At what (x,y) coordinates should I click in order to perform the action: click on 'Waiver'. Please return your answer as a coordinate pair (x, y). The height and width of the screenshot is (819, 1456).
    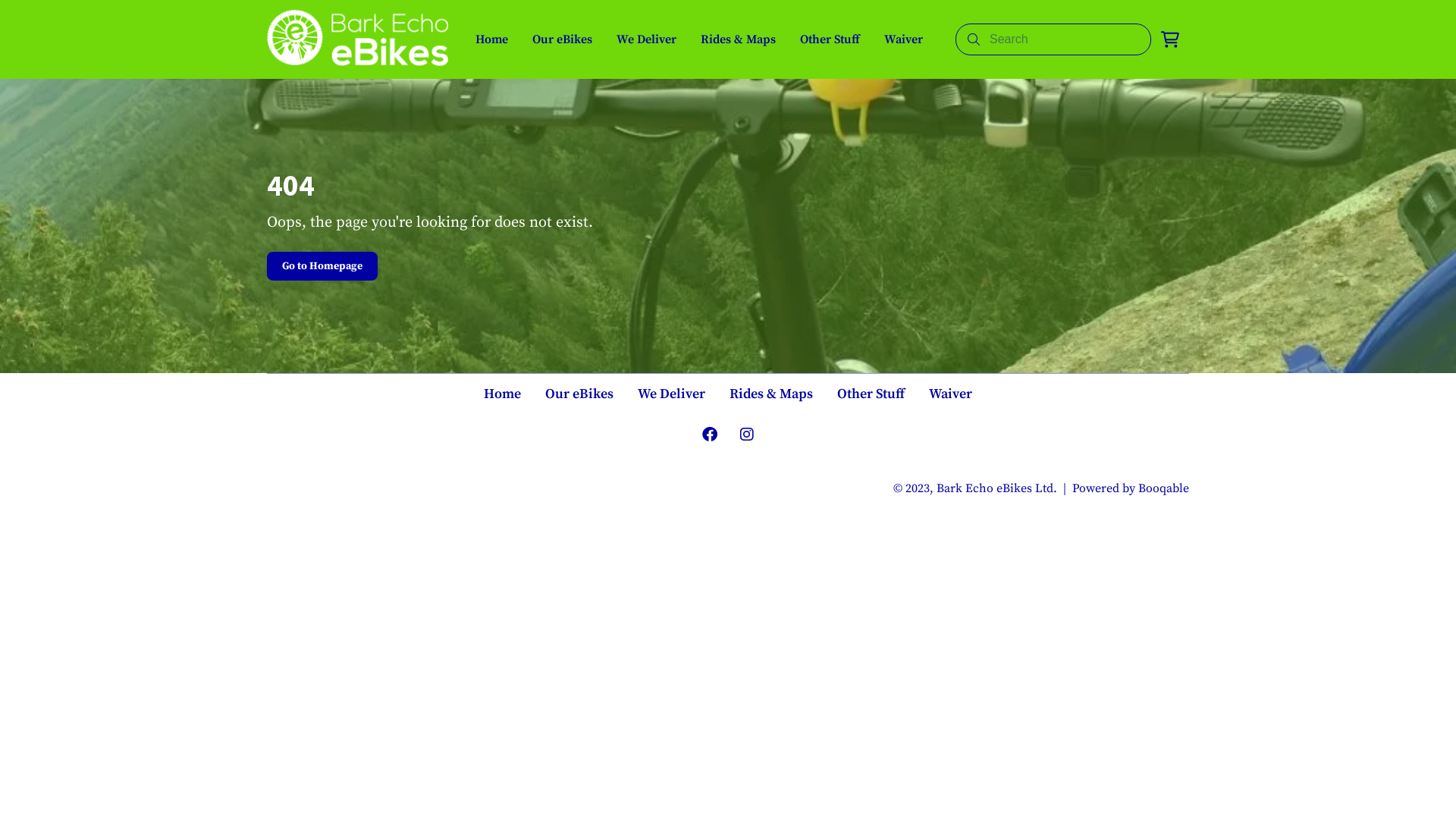
    Looking at the image, I should click on (949, 394).